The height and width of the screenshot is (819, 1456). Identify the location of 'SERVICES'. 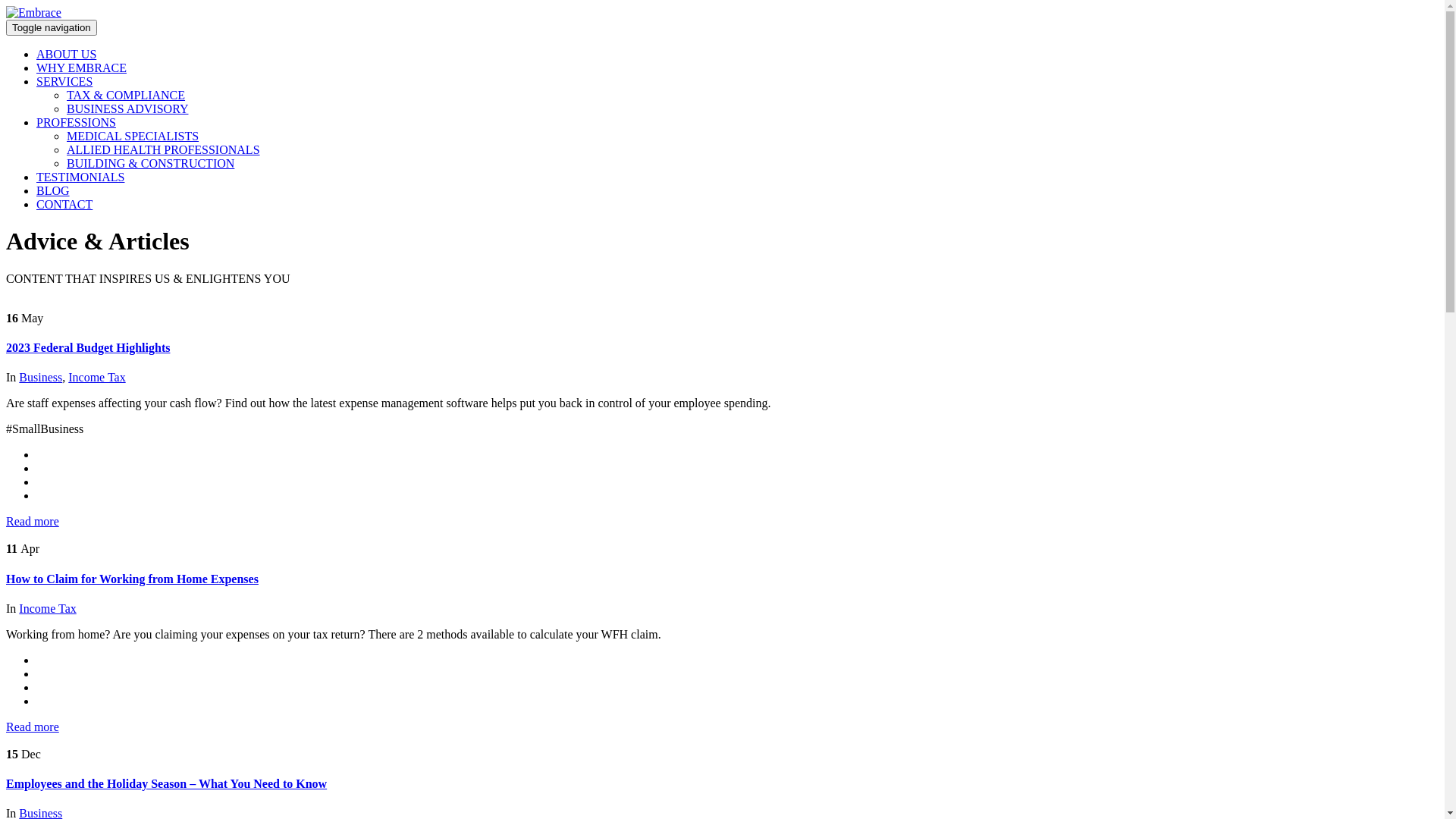
(64, 81).